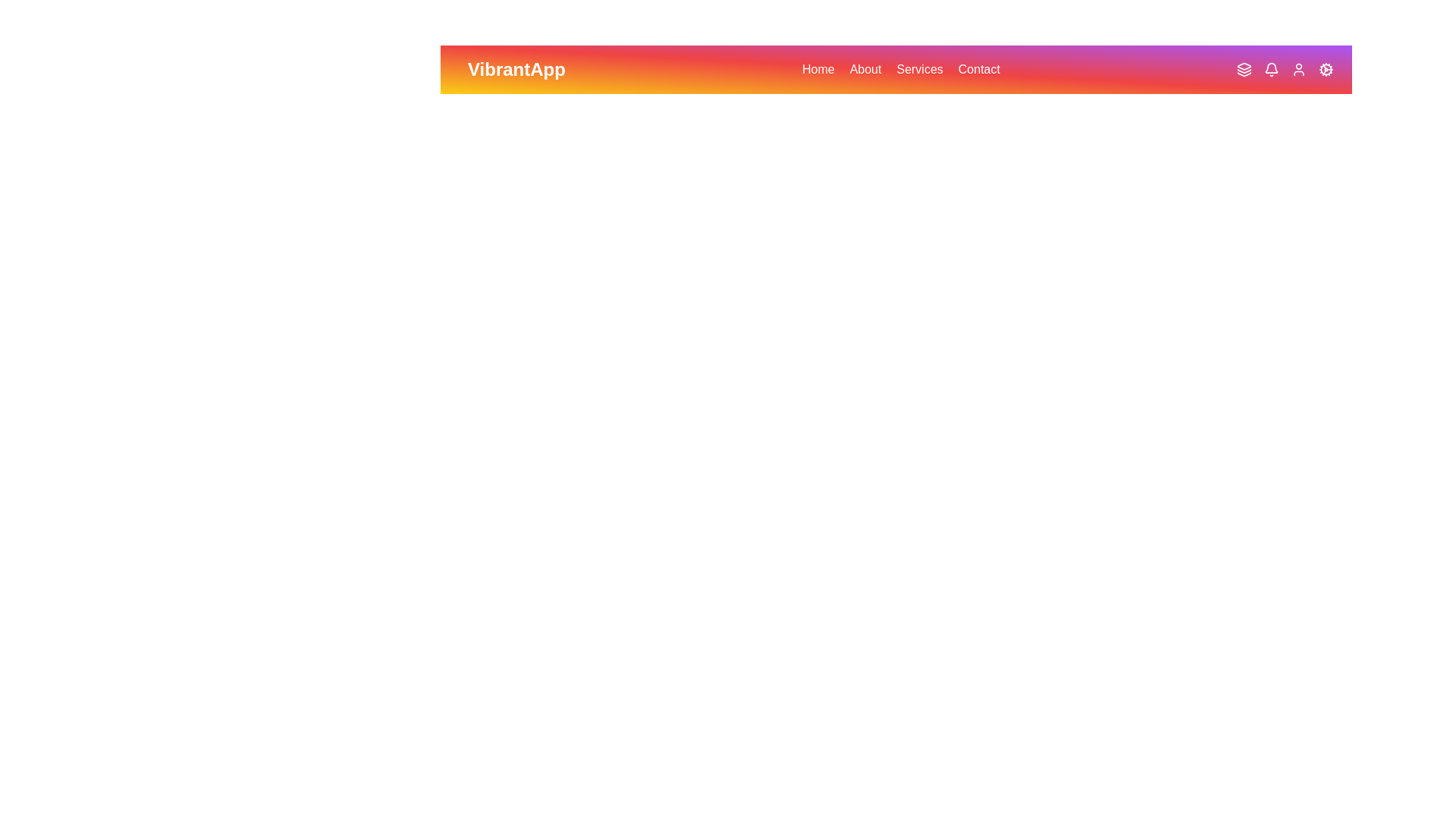 The height and width of the screenshot is (819, 1456). I want to click on the link labeled Services to trigger its hover effect, so click(919, 70).